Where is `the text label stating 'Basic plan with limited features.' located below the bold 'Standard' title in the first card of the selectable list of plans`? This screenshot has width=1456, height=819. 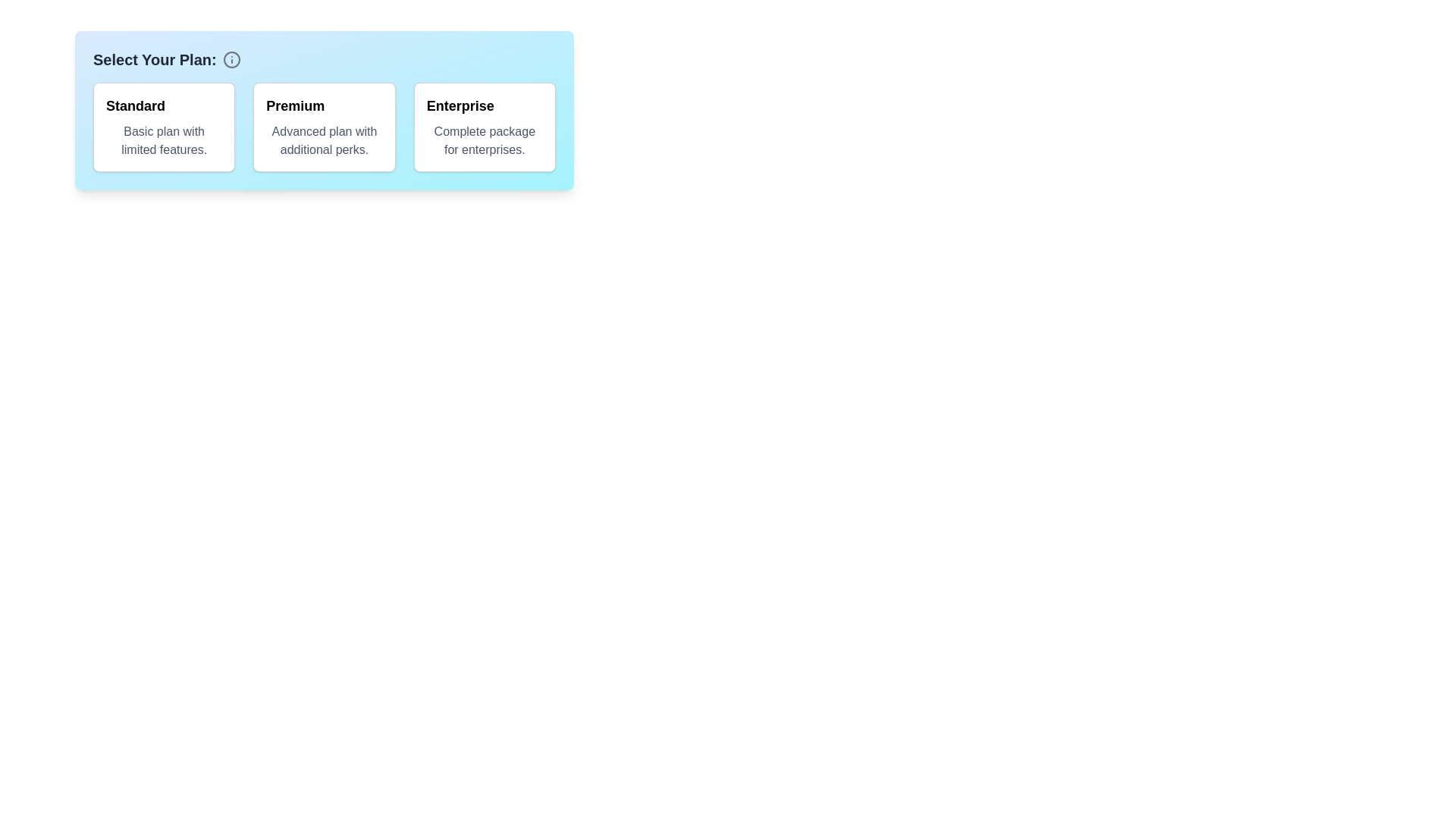
the text label stating 'Basic plan with limited features.' located below the bold 'Standard' title in the first card of the selectable list of plans is located at coordinates (164, 140).